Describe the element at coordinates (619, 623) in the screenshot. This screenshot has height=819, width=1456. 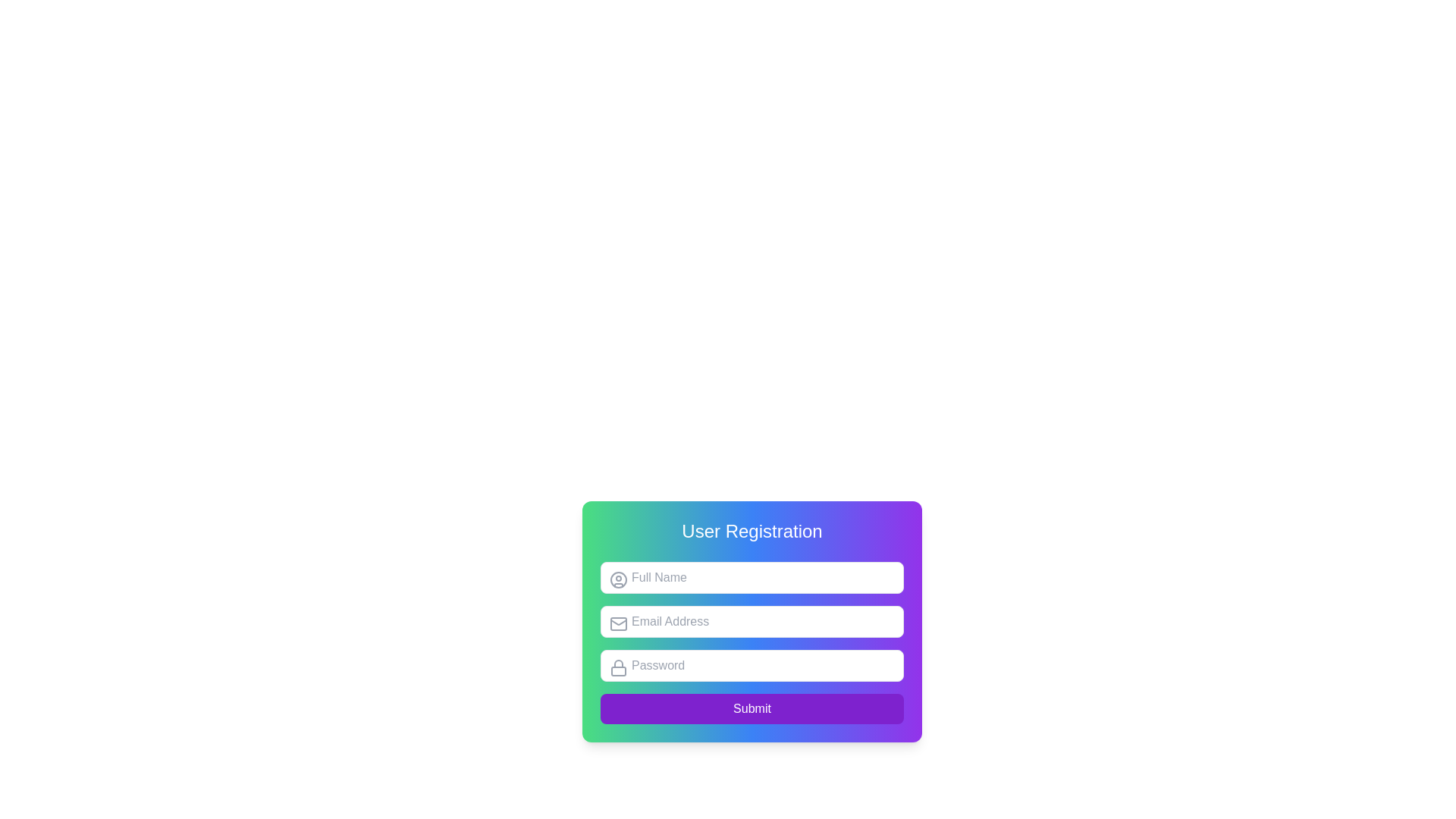
I see `the mail icon, which is styled as a rounded rectangle envelope with a flap and located at the top-left corner of the email input field` at that location.